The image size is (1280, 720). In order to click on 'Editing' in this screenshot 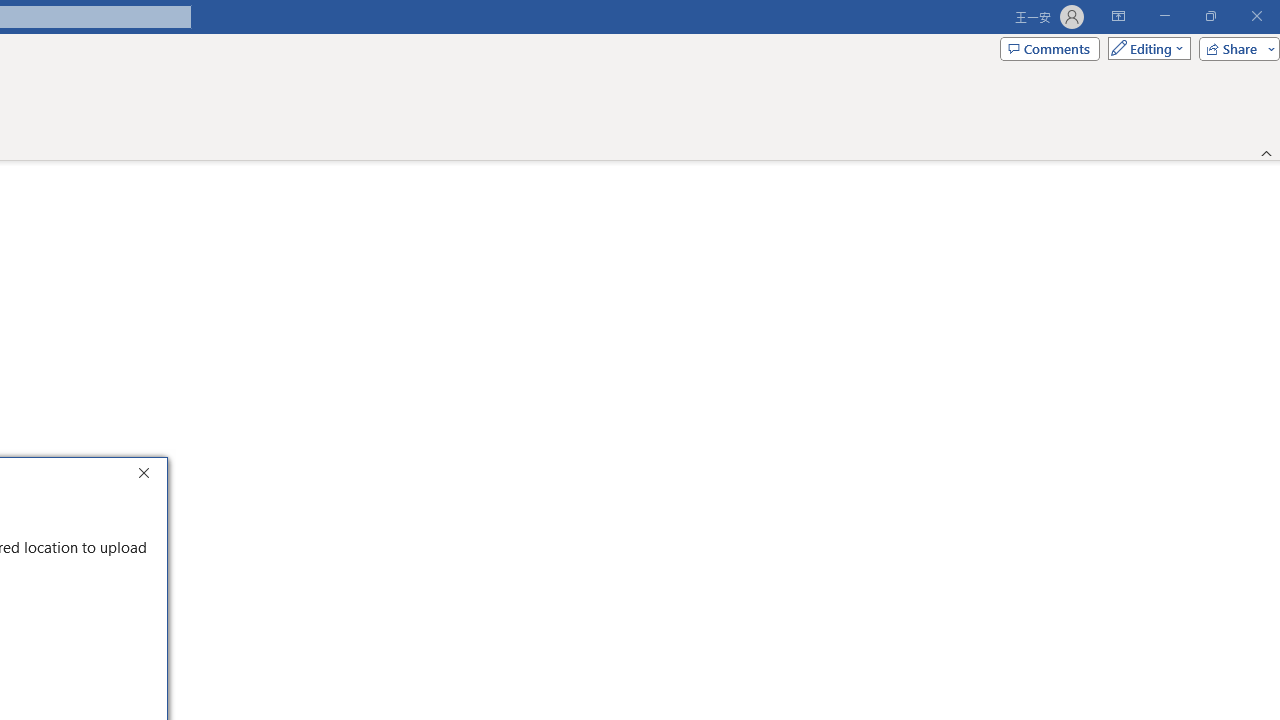, I will do `click(1144, 47)`.